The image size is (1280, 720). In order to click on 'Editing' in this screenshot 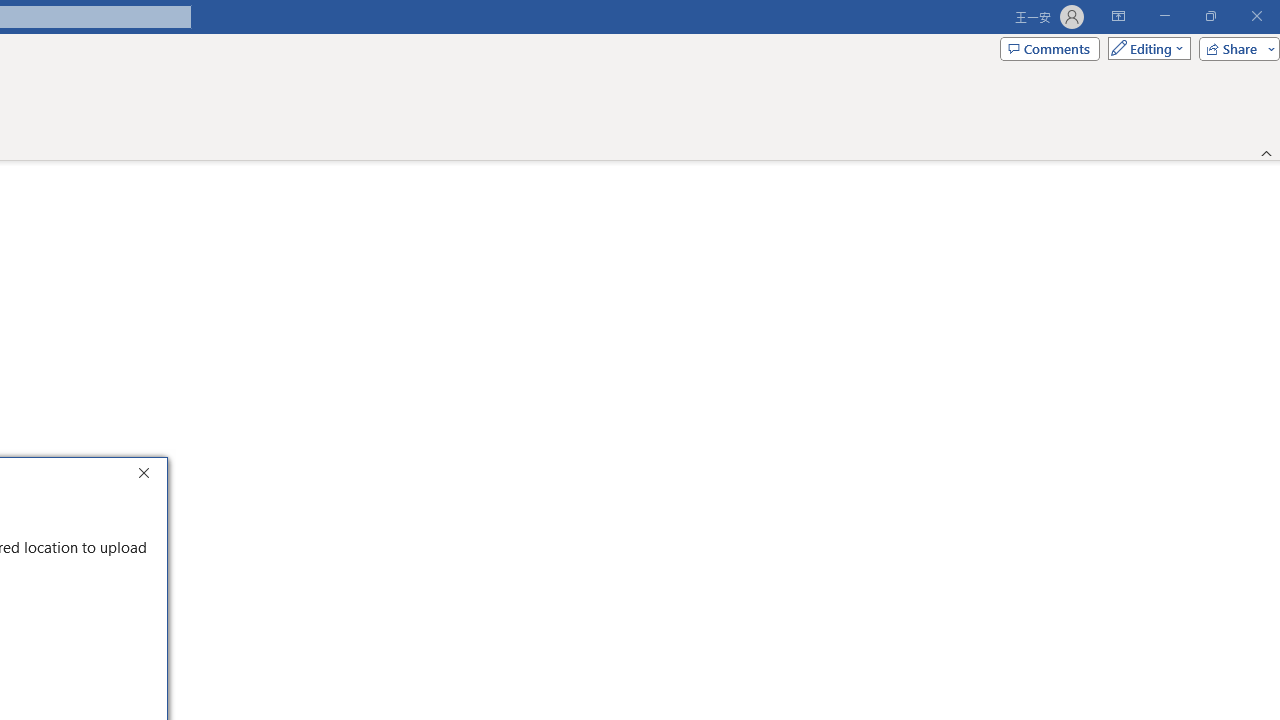, I will do `click(1144, 47)`.